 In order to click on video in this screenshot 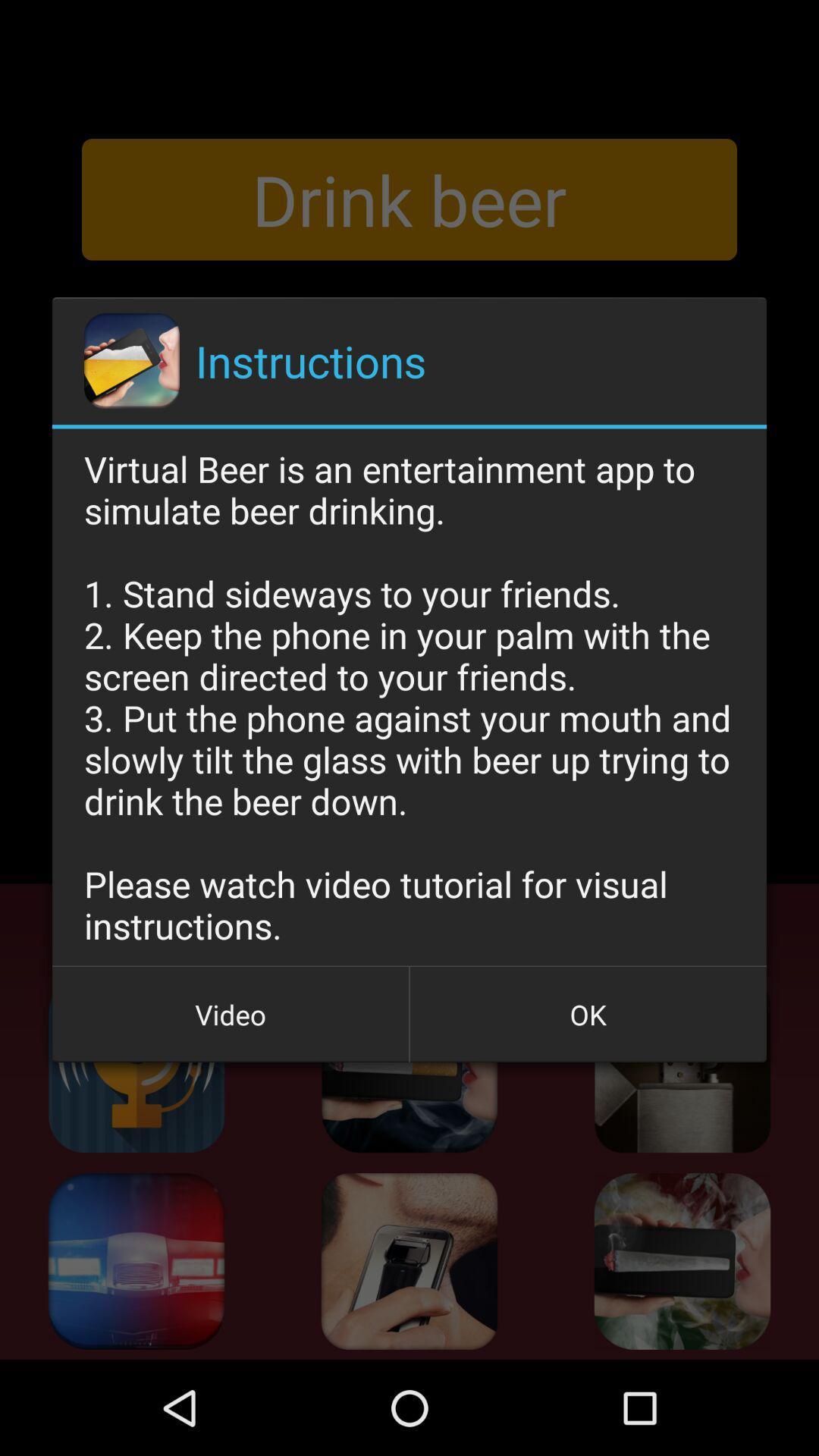, I will do `click(231, 1015)`.